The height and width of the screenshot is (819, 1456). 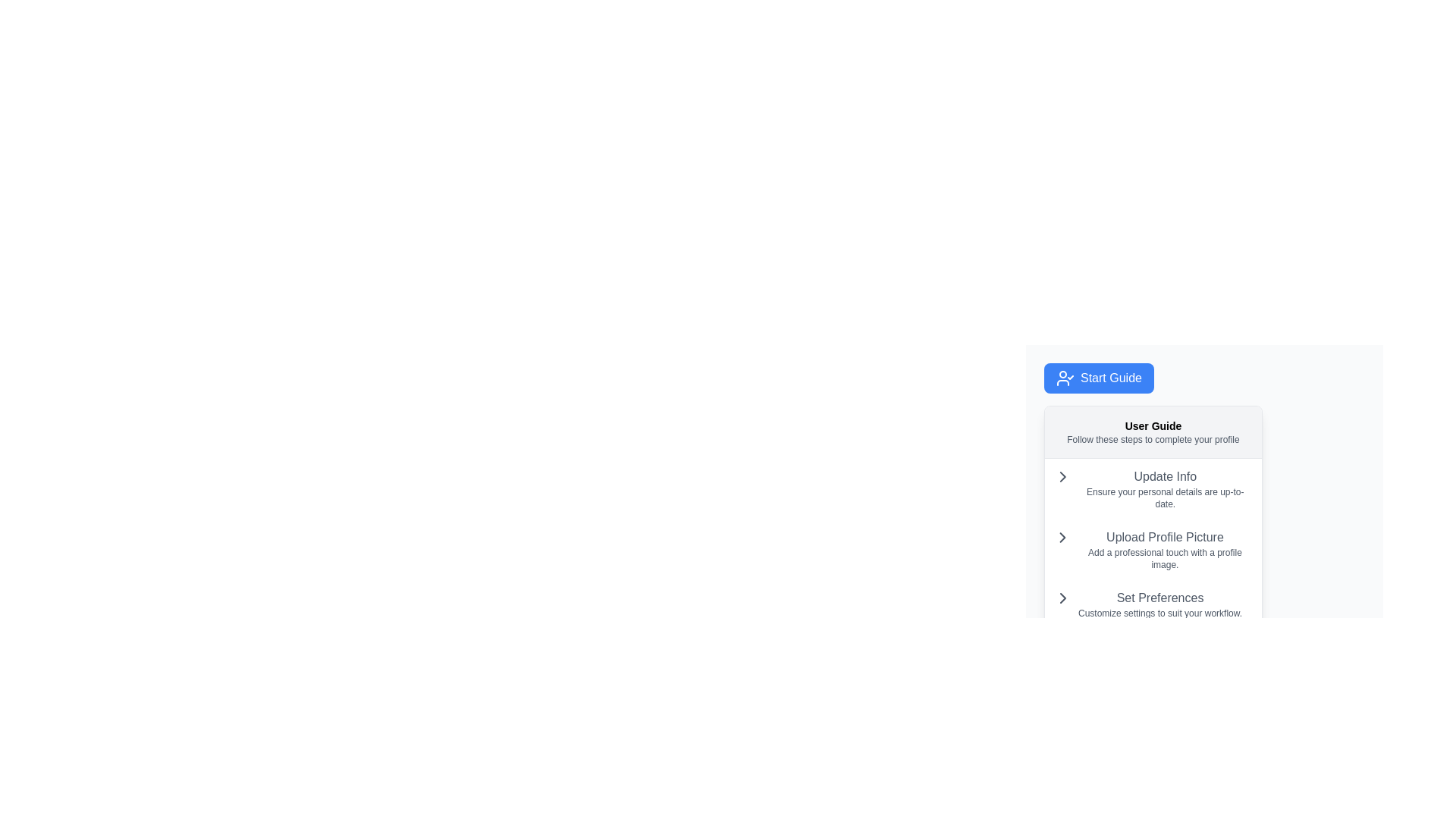 I want to click on the user-icon styled graphic, which consists of a circular head and a checkmark symbol, located to the left of the 'Start Guide' button, so click(x=1065, y=377).